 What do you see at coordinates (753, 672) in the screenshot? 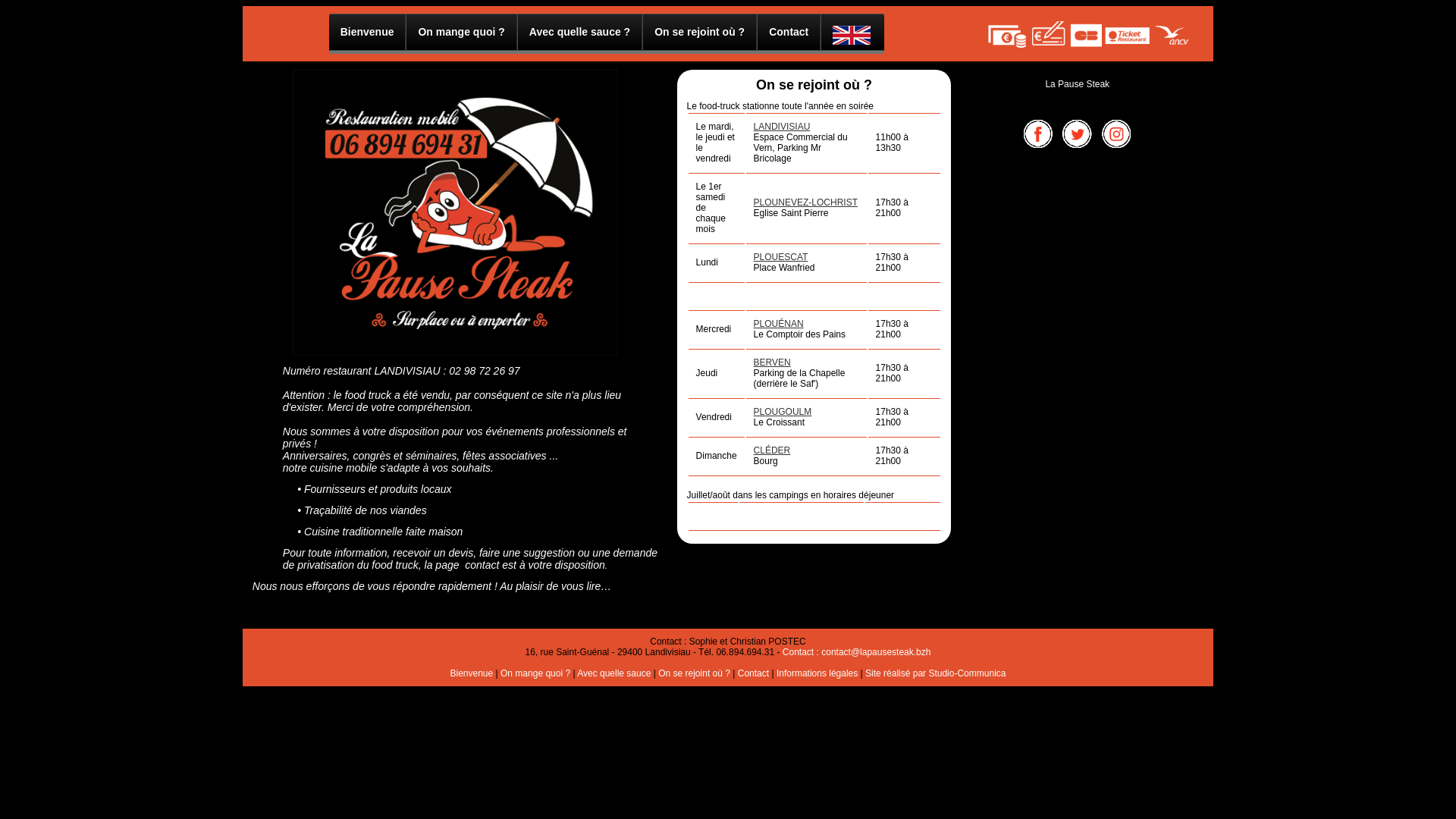
I see `'Contact'` at bounding box center [753, 672].